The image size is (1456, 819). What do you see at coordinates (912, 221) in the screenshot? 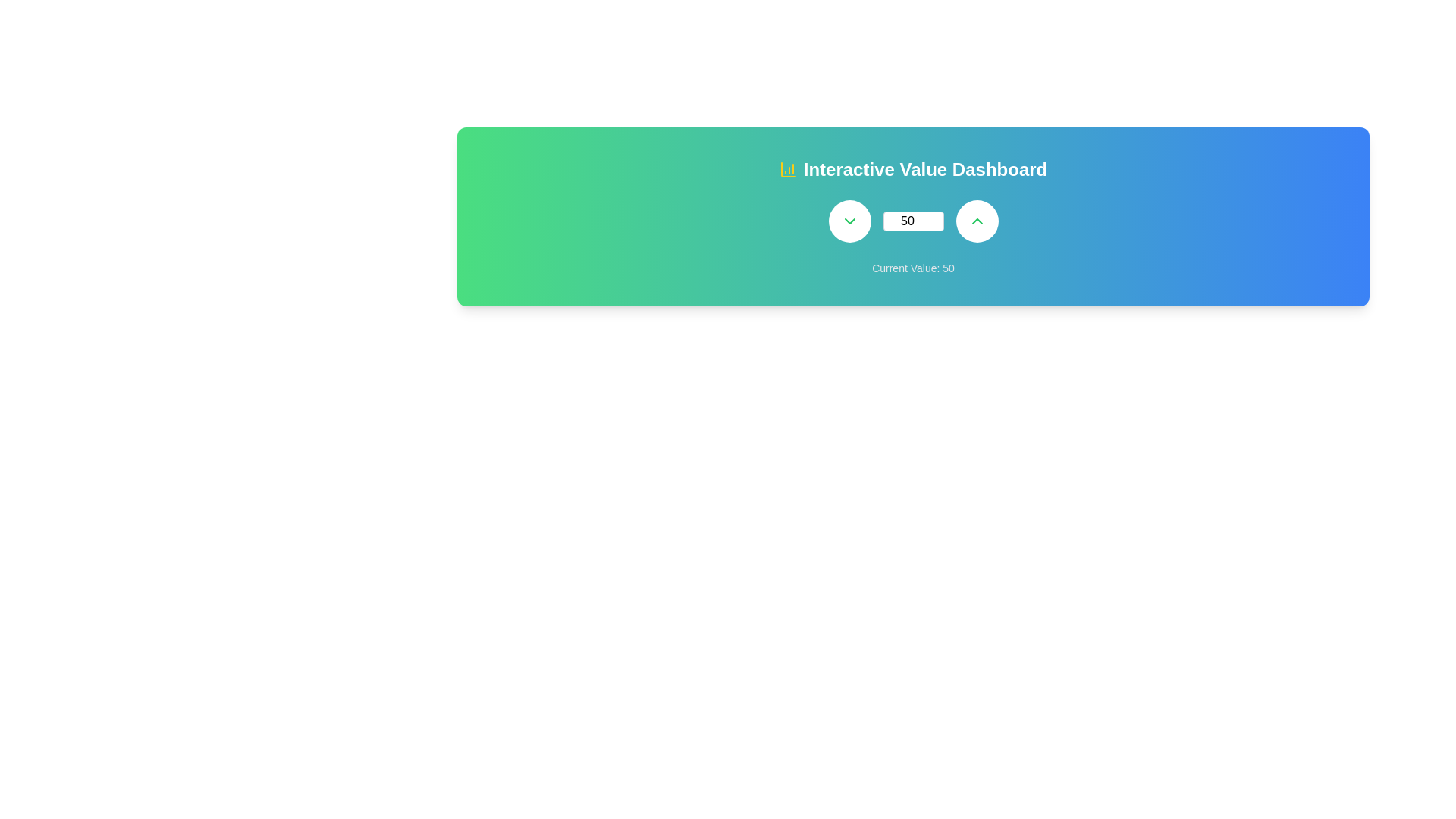
I see `to shift focus on the Input plus controls group located above the 'Current Value: 50' text in the 'Interactive Value Dashboard'` at bounding box center [912, 221].